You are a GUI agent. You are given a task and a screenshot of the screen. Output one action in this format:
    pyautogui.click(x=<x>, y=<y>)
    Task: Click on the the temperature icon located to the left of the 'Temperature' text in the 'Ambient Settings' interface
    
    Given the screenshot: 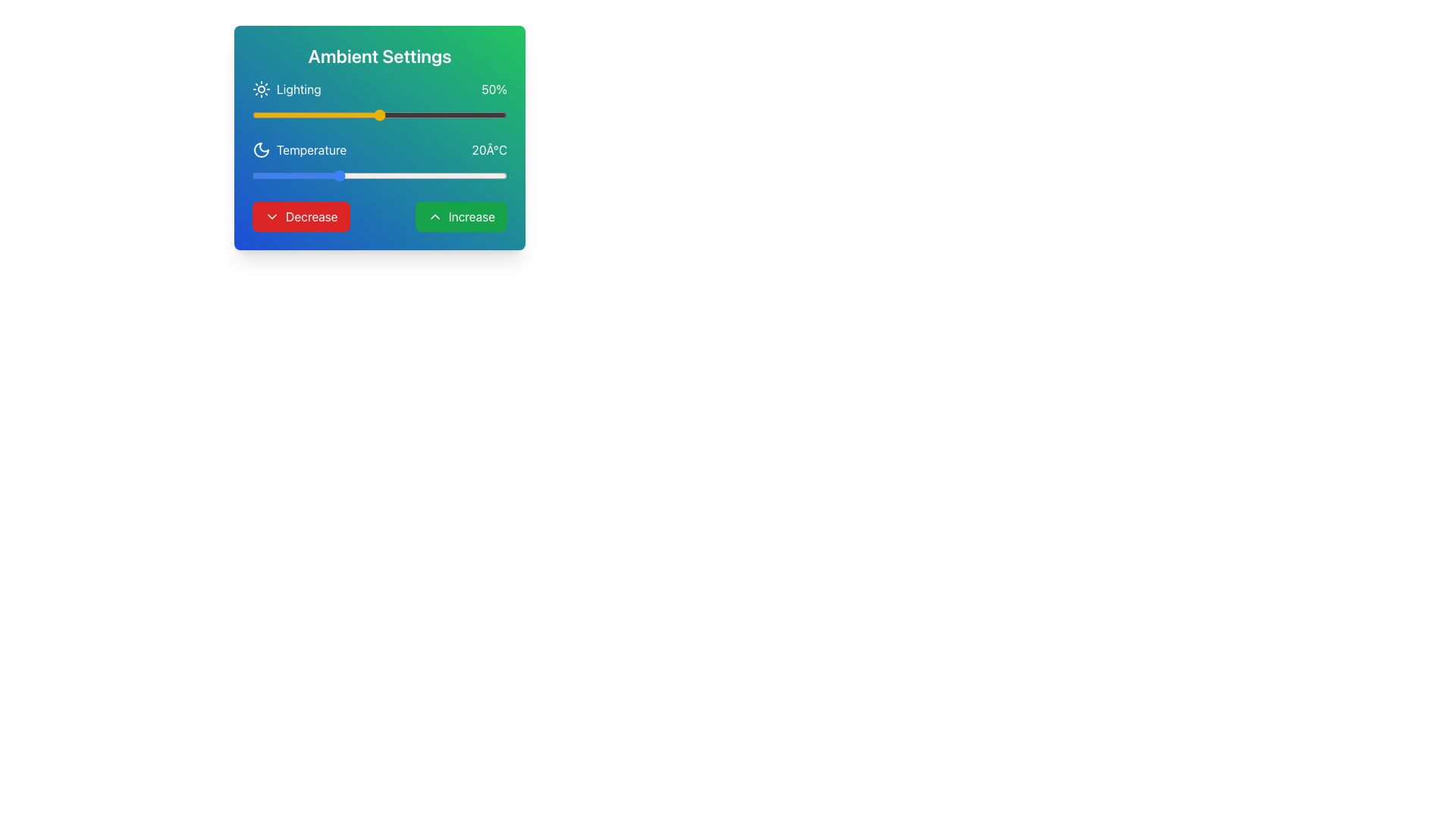 What is the action you would take?
    pyautogui.click(x=262, y=149)
    